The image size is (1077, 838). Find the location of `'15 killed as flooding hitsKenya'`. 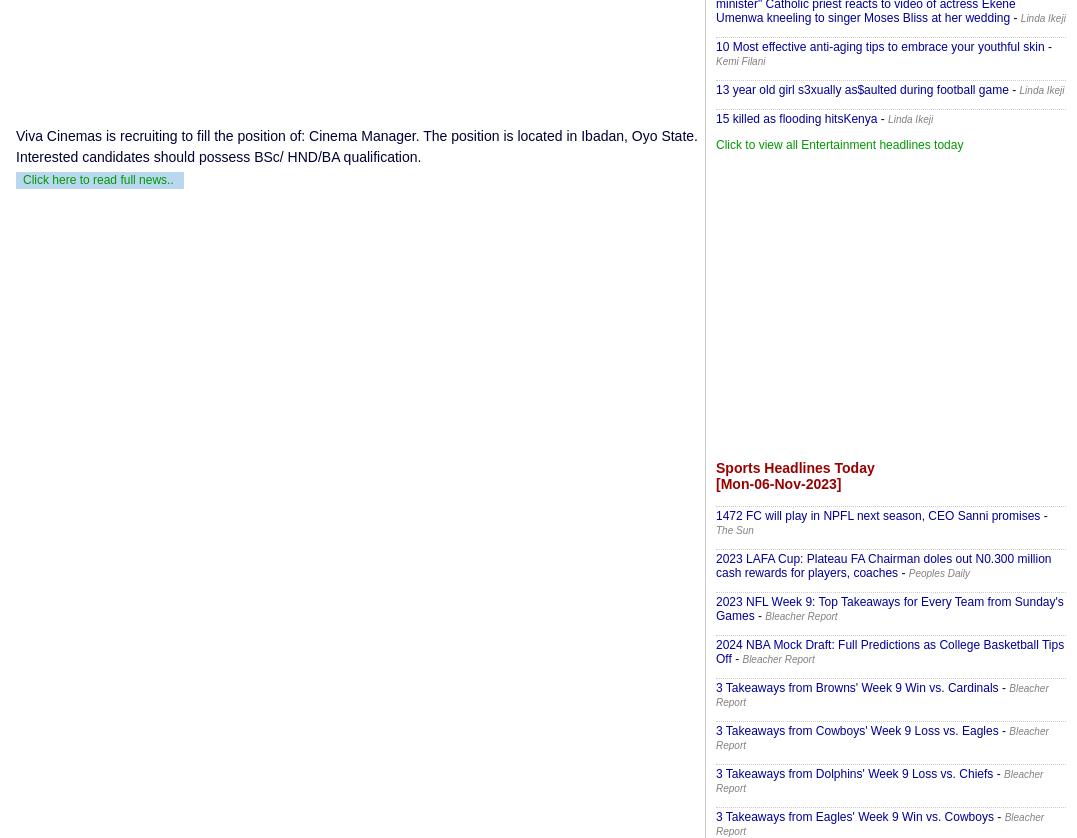

'15 killed as flooding hitsKenya' is located at coordinates (796, 118).